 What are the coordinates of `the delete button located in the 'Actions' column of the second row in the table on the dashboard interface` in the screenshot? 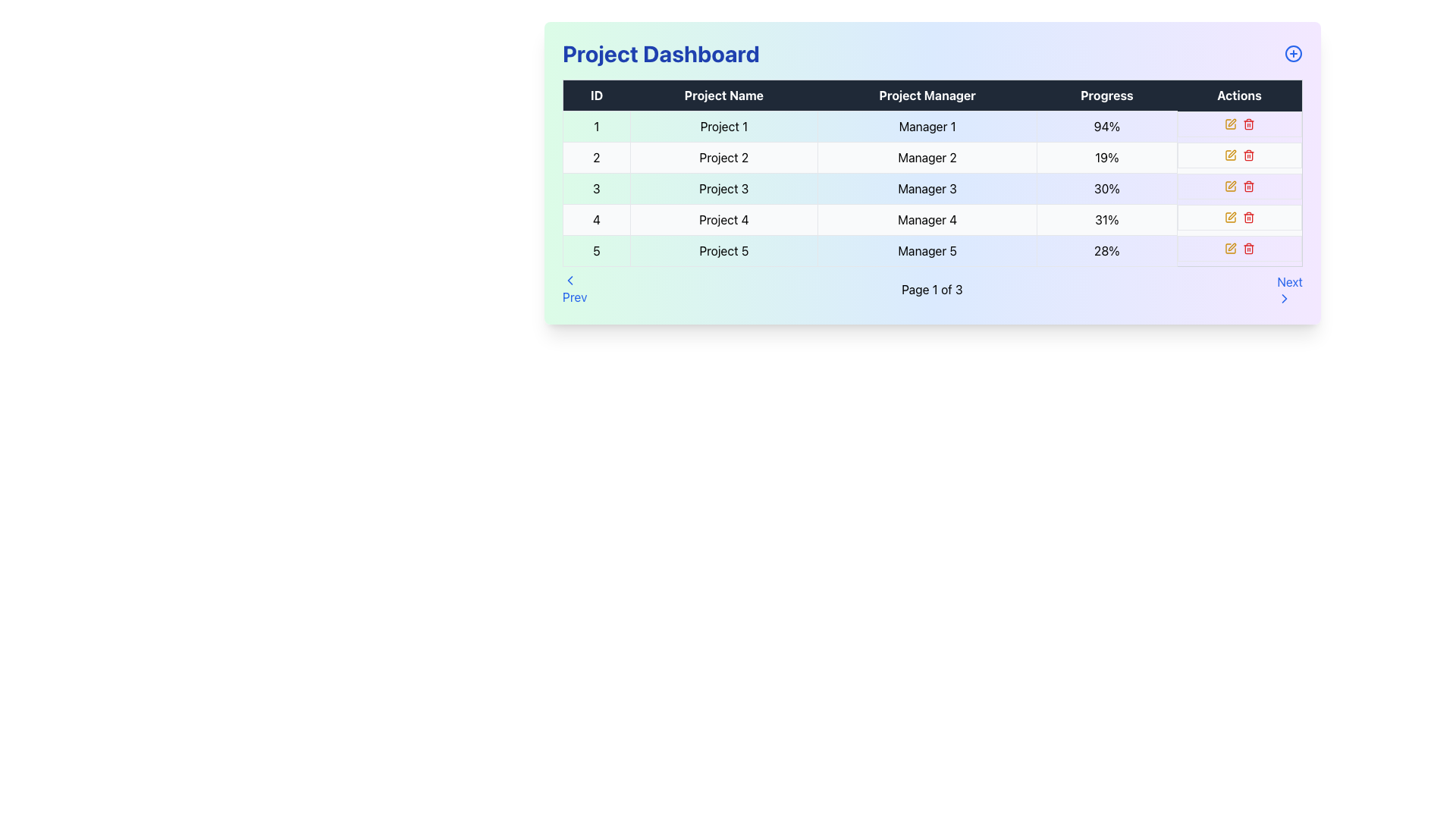 It's located at (1248, 155).